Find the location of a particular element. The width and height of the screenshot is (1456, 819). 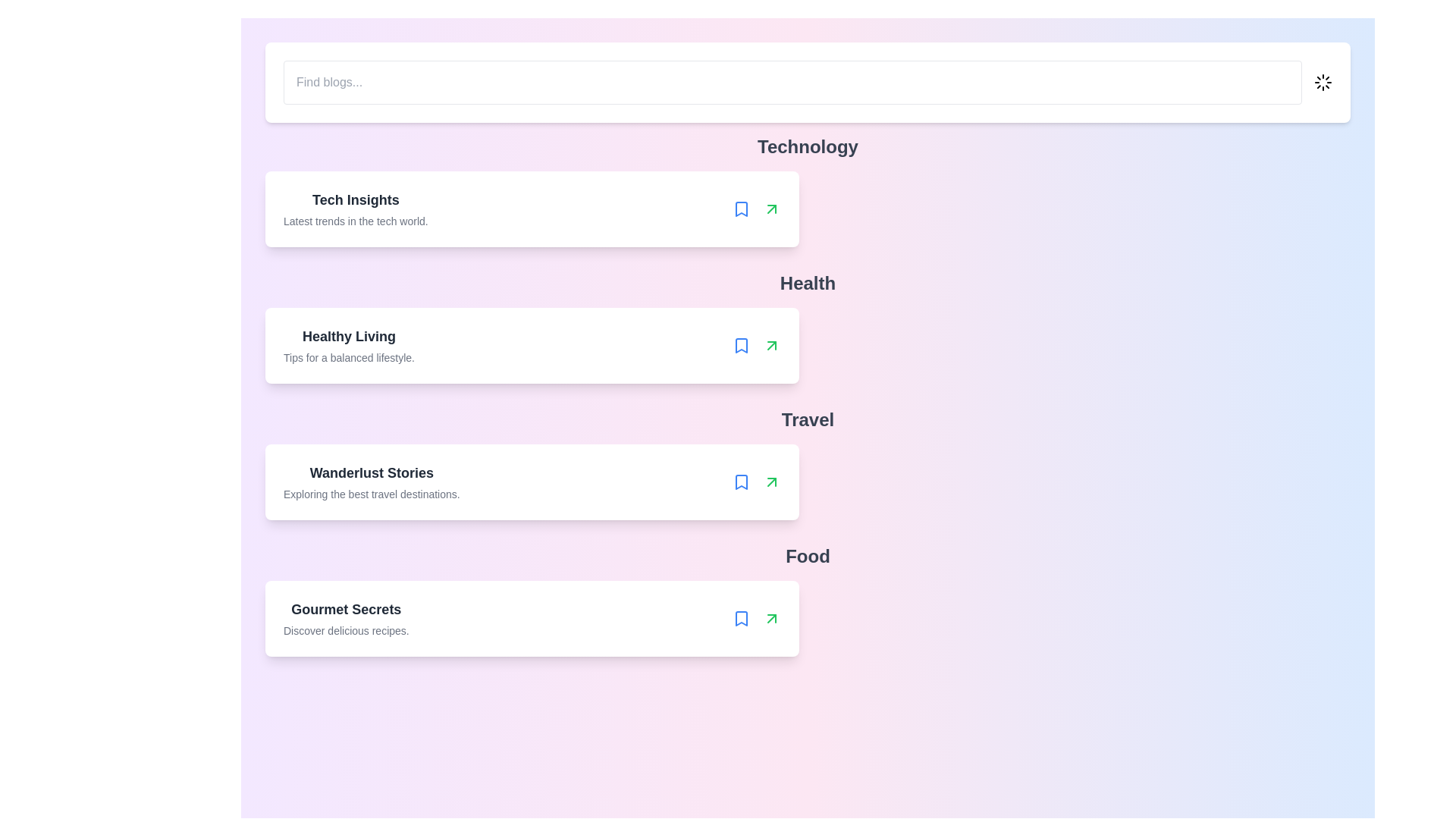

the upward-right pointing green arrow vector graphic within the SVG icon, which is located to the far right of the 'Healthy Living' section's heading card, adjacent to the bookmark icon is located at coordinates (771, 482).